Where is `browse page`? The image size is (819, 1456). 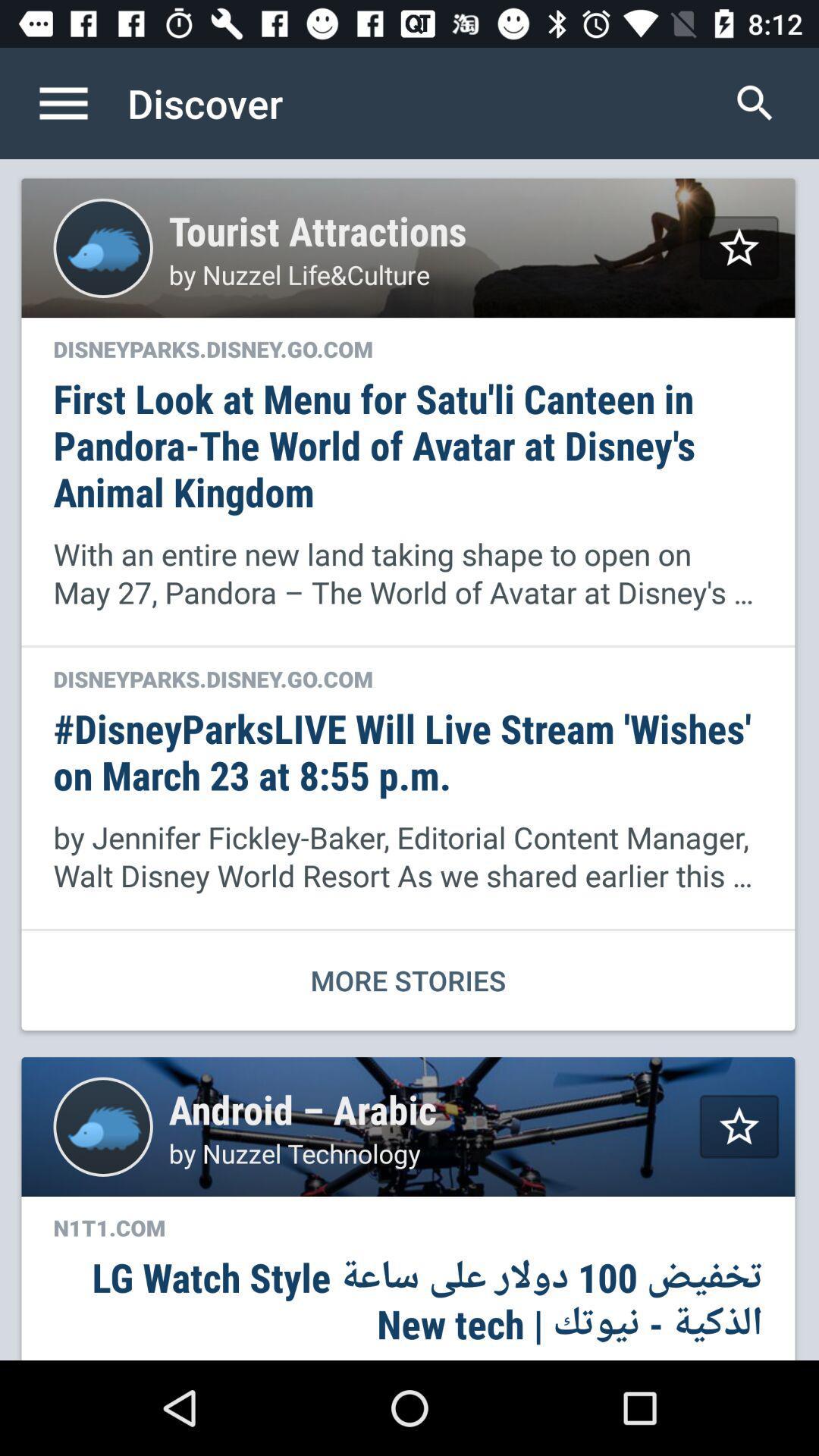 browse page is located at coordinates (79, 102).